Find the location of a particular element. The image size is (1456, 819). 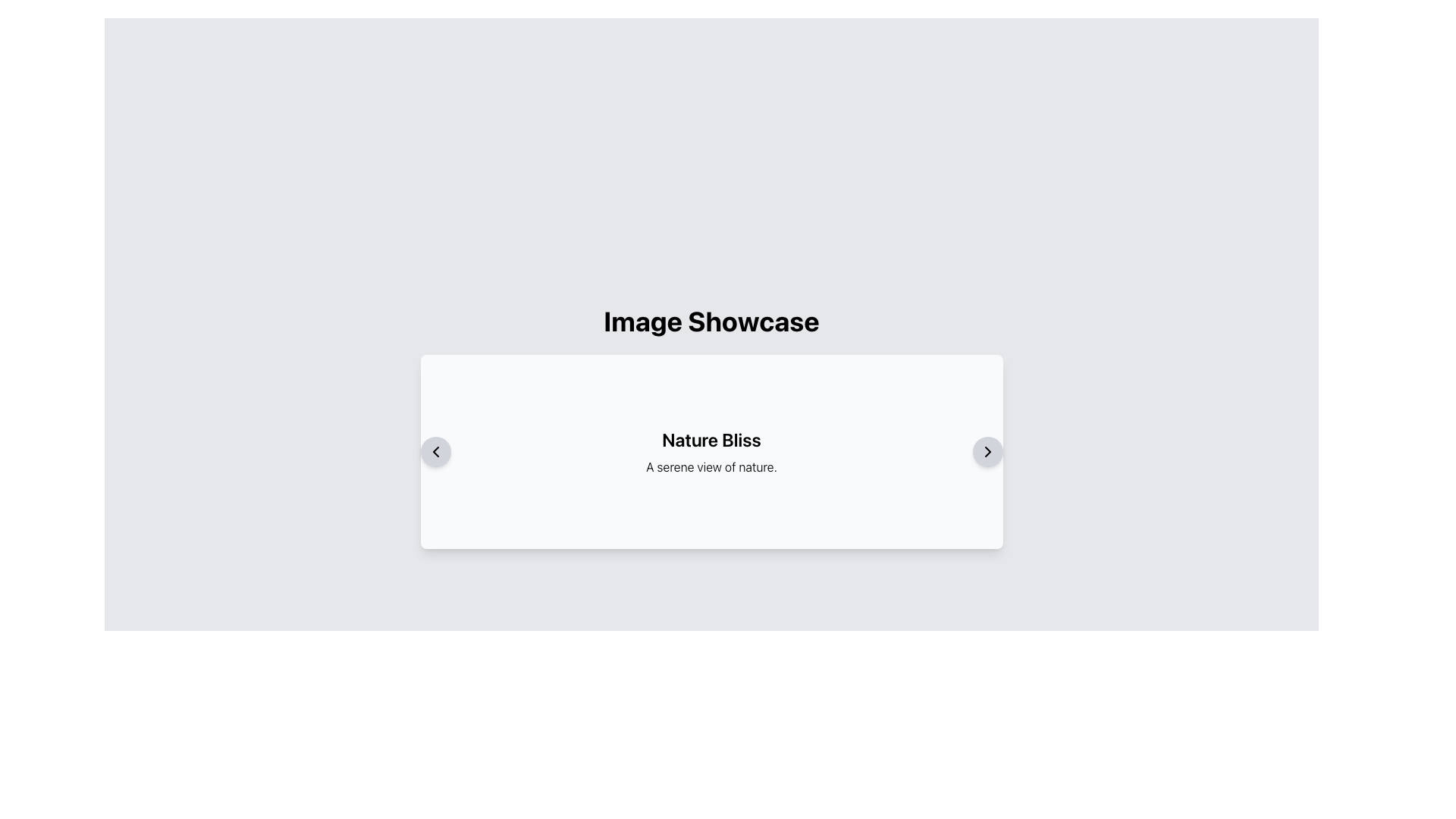

the Chevron Right Icon located at the center of the circular area on the far-right edge of the 'Nature Bliss' card is located at coordinates (987, 451).